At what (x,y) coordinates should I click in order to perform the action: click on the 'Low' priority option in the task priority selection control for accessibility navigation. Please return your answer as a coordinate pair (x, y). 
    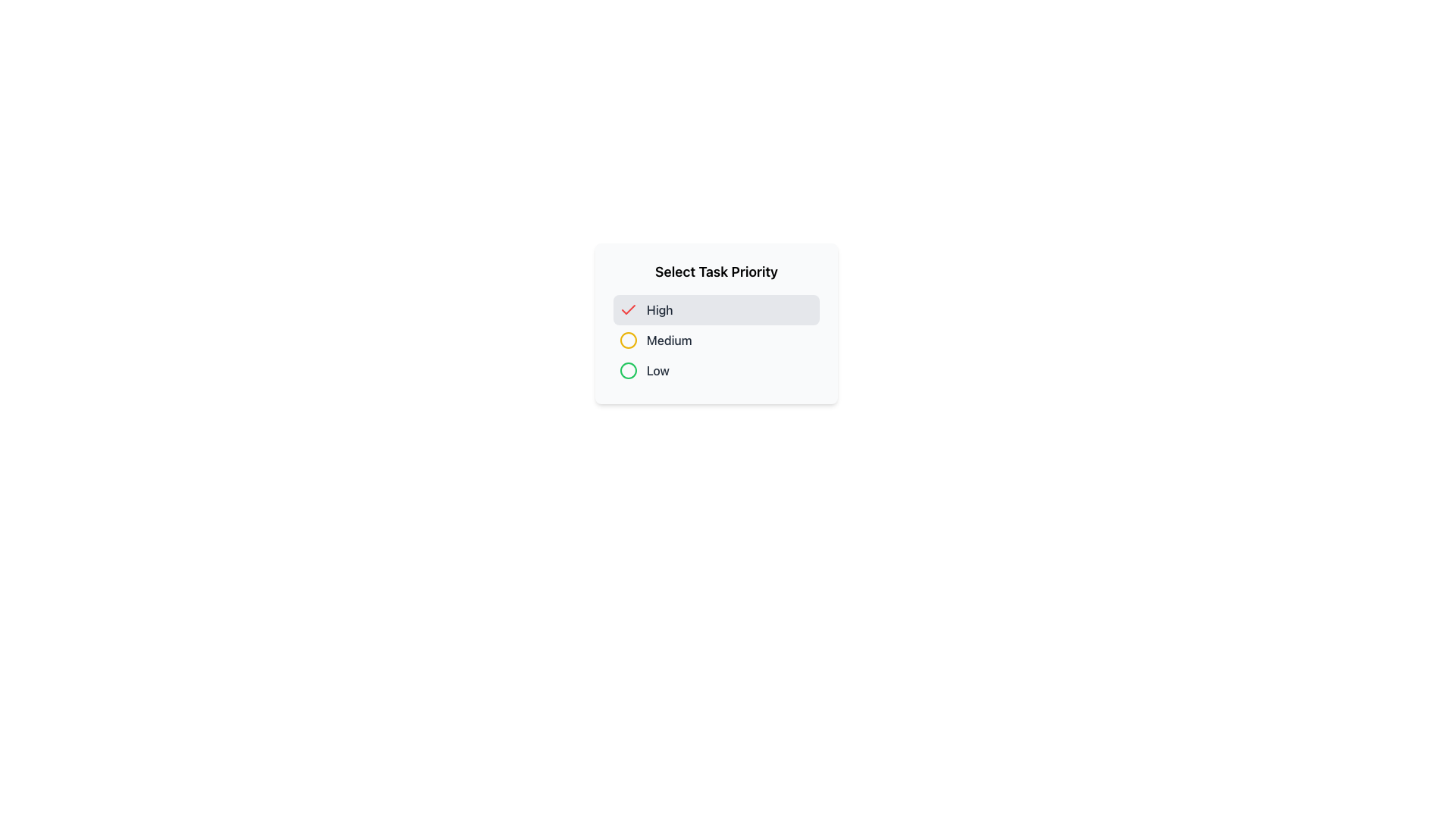
    Looking at the image, I should click on (716, 371).